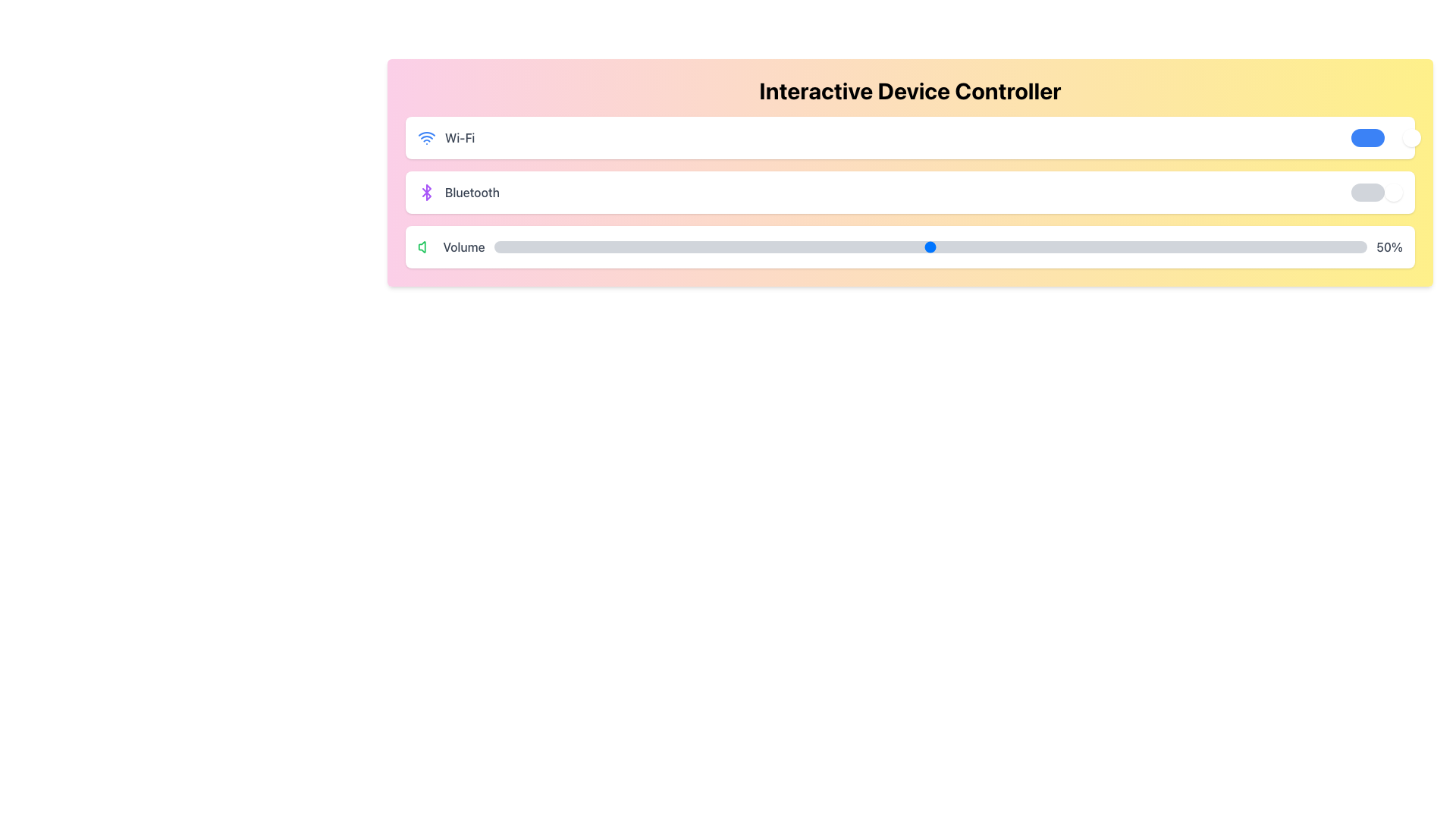 This screenshot has height=819, width=1456. What do you see at coordinates (930, 246) in the screenshot?
I see `the volume slider input to set the volume at the clicked position, located in the settings panel under 'Interactive Device Controller' with a current value of '50%` at bounding box center [930, 246].